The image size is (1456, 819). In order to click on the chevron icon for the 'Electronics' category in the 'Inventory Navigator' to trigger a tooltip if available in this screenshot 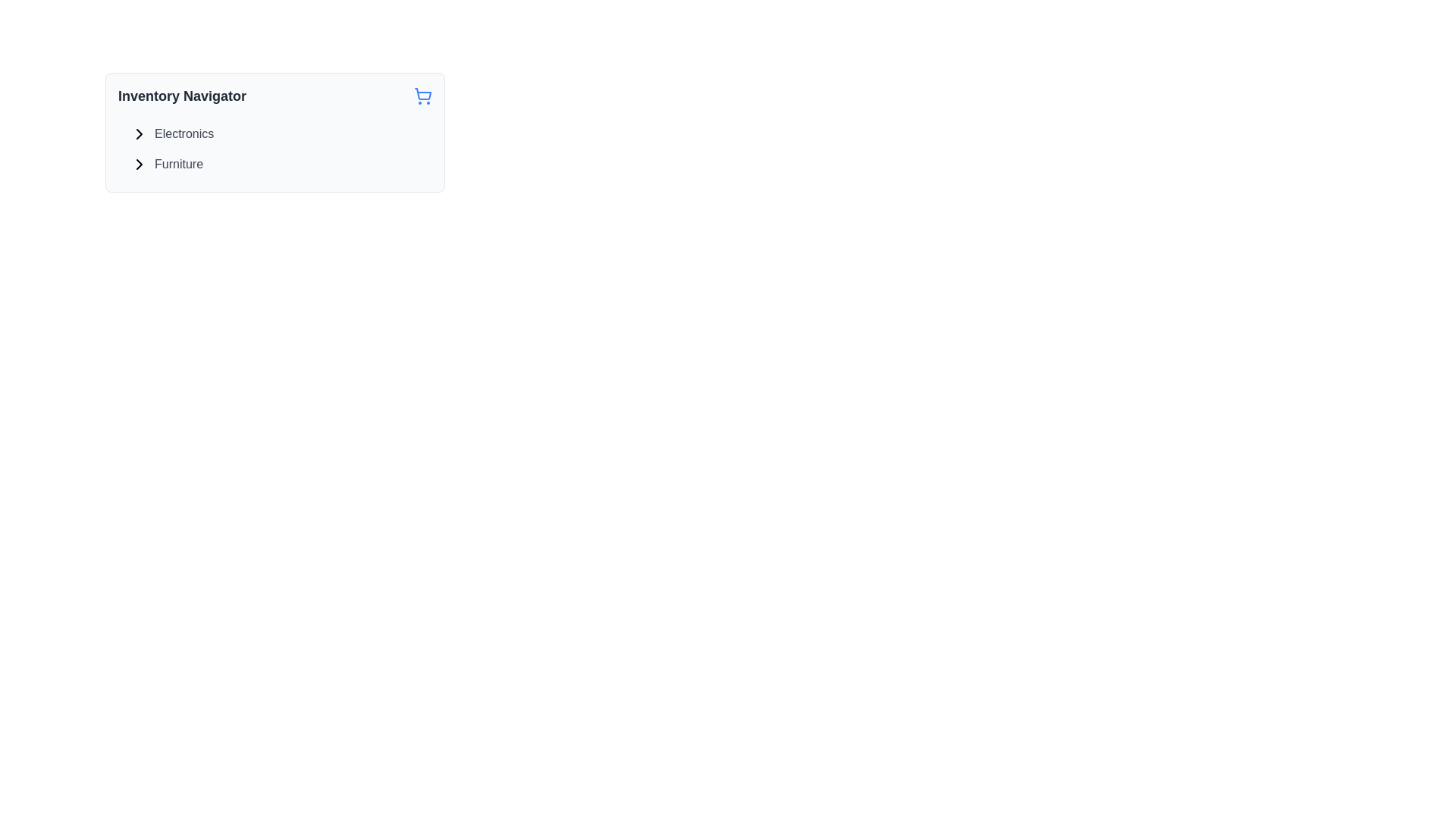, I will do `click(139, 133)`.